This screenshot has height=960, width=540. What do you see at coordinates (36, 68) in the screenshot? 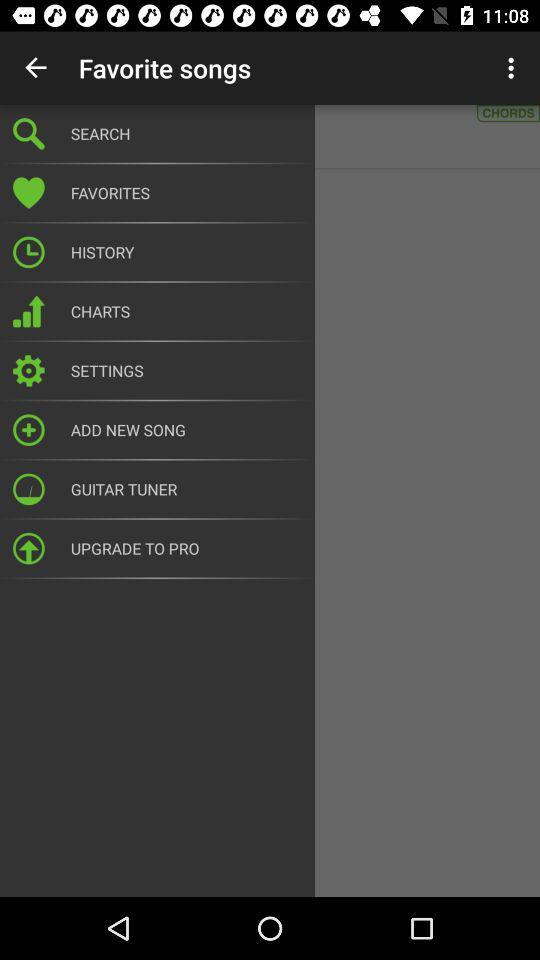
I see `icon next to the favorite songs item` at bounding box center [36, 68].